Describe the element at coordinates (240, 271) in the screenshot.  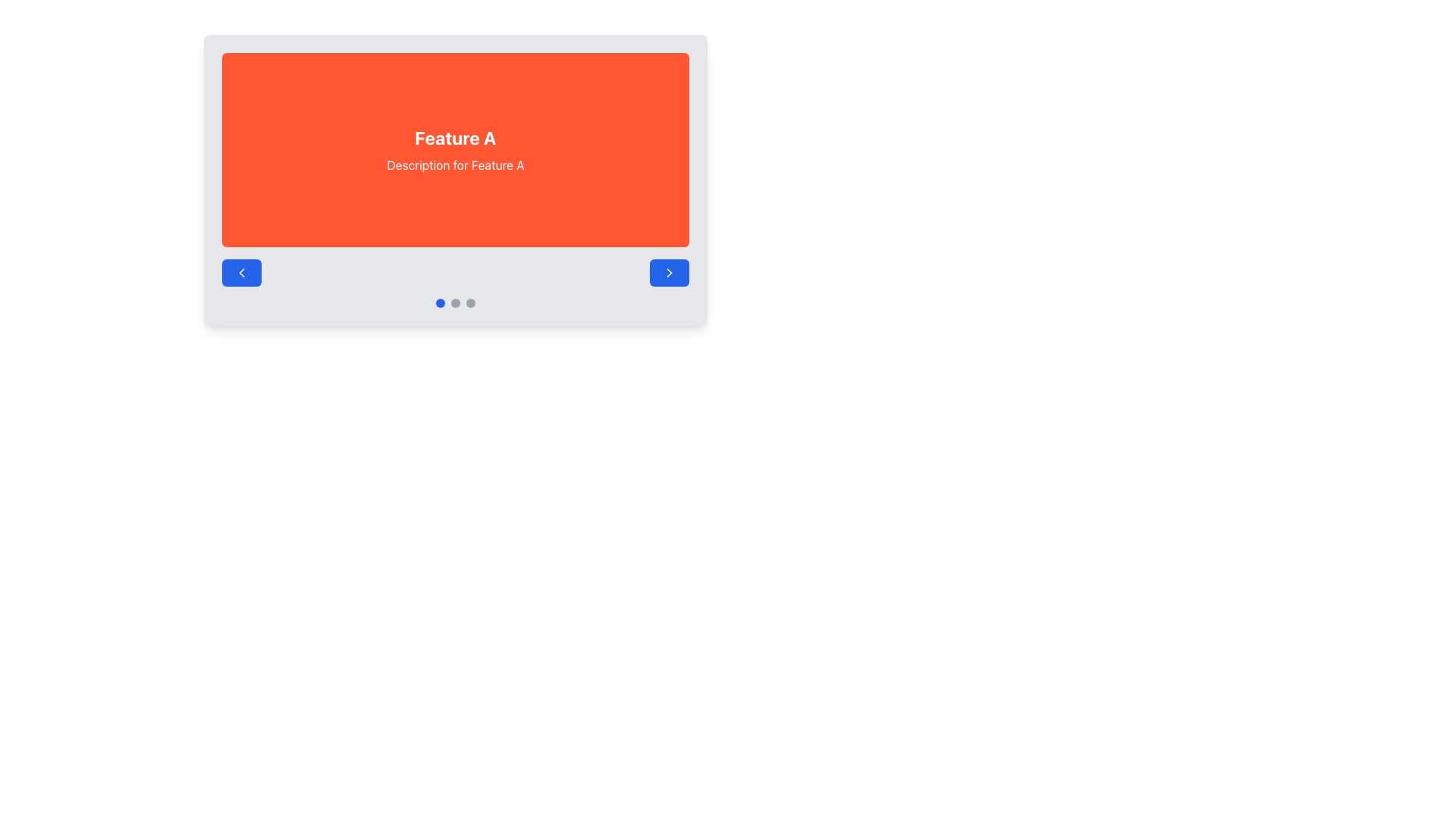
I see `the leftmost 'Previous' navigation button, which is represented by a chevron icon located on the left side of the navigation control area under the main content section` at that location.